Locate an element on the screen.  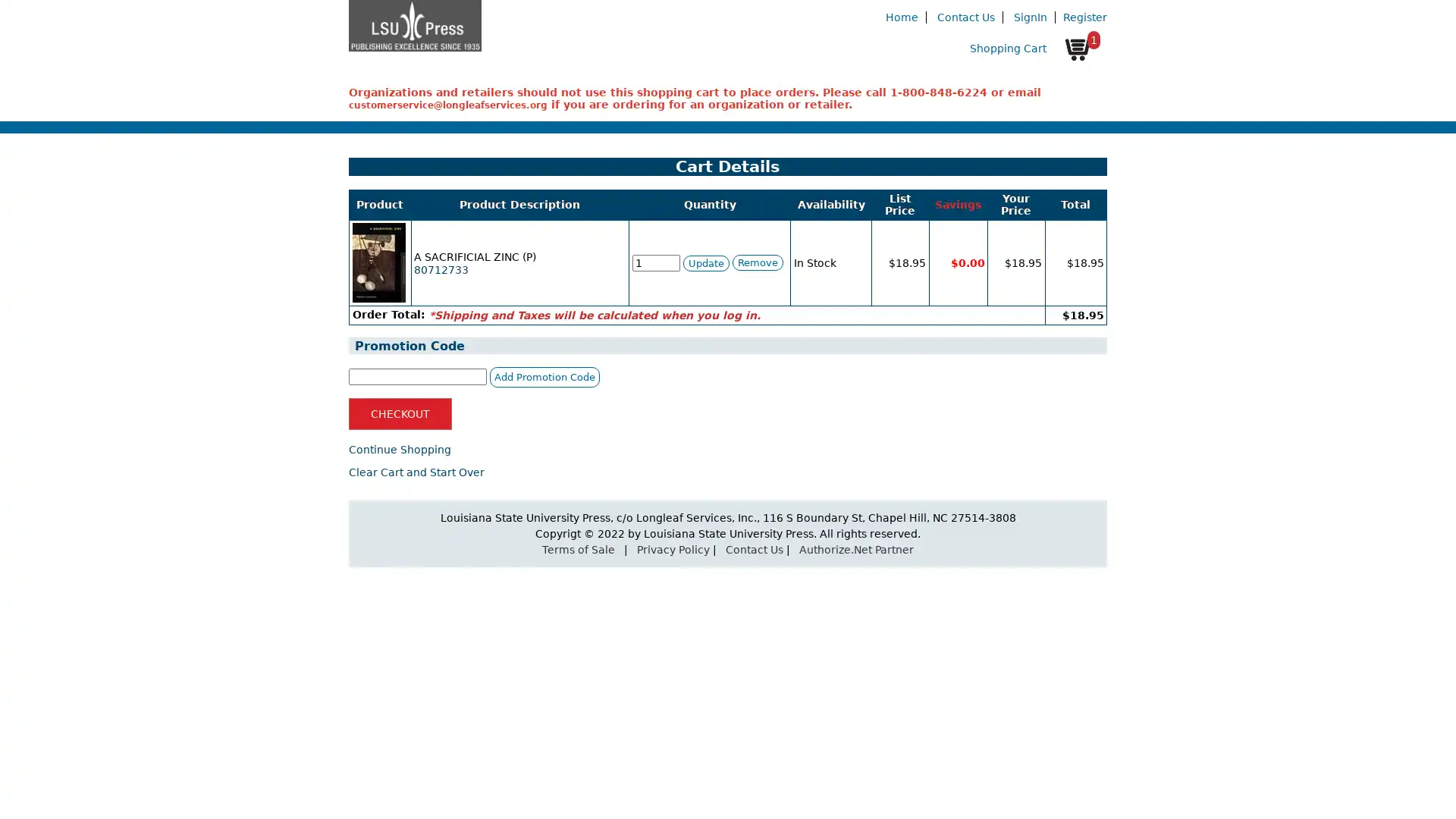
Update is located at coordinates (704, 262).